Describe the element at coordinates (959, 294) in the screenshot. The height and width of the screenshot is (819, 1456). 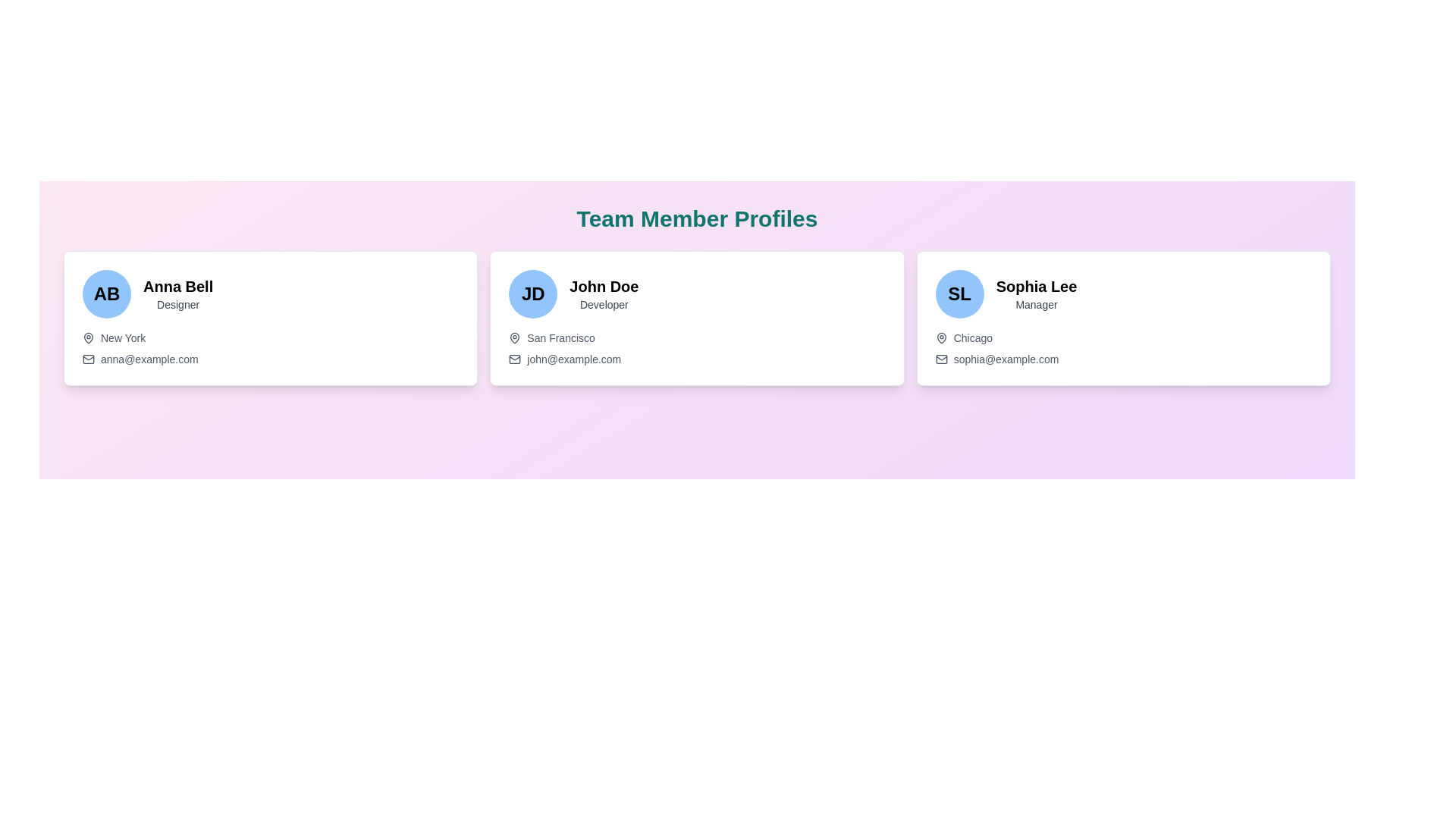
I see `the circular avatar representing 'Sophia Lee', located at the top-left corner of the profile card` at that location.